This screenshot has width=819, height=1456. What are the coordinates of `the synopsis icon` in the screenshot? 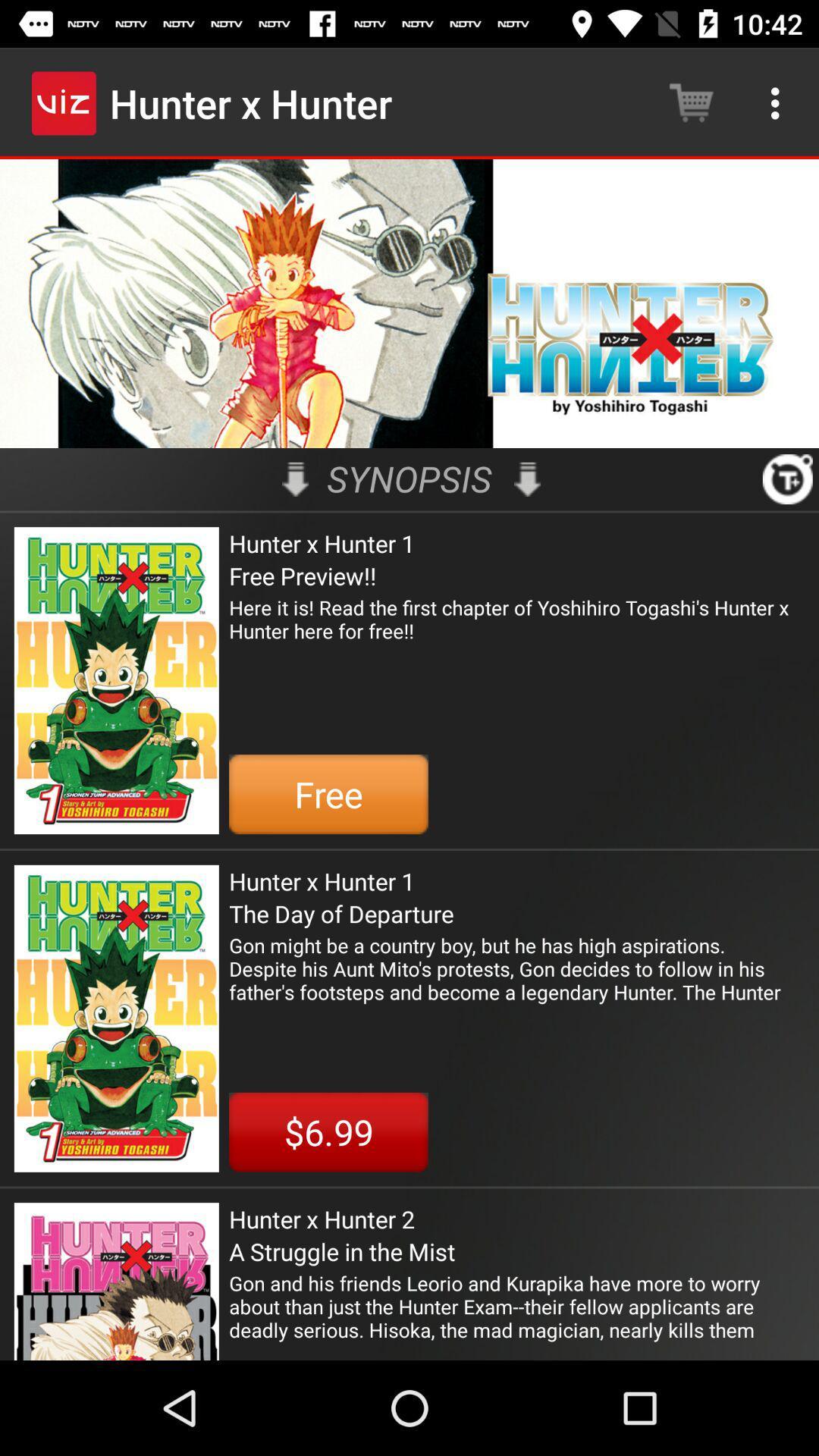 It's located at (409, 478).